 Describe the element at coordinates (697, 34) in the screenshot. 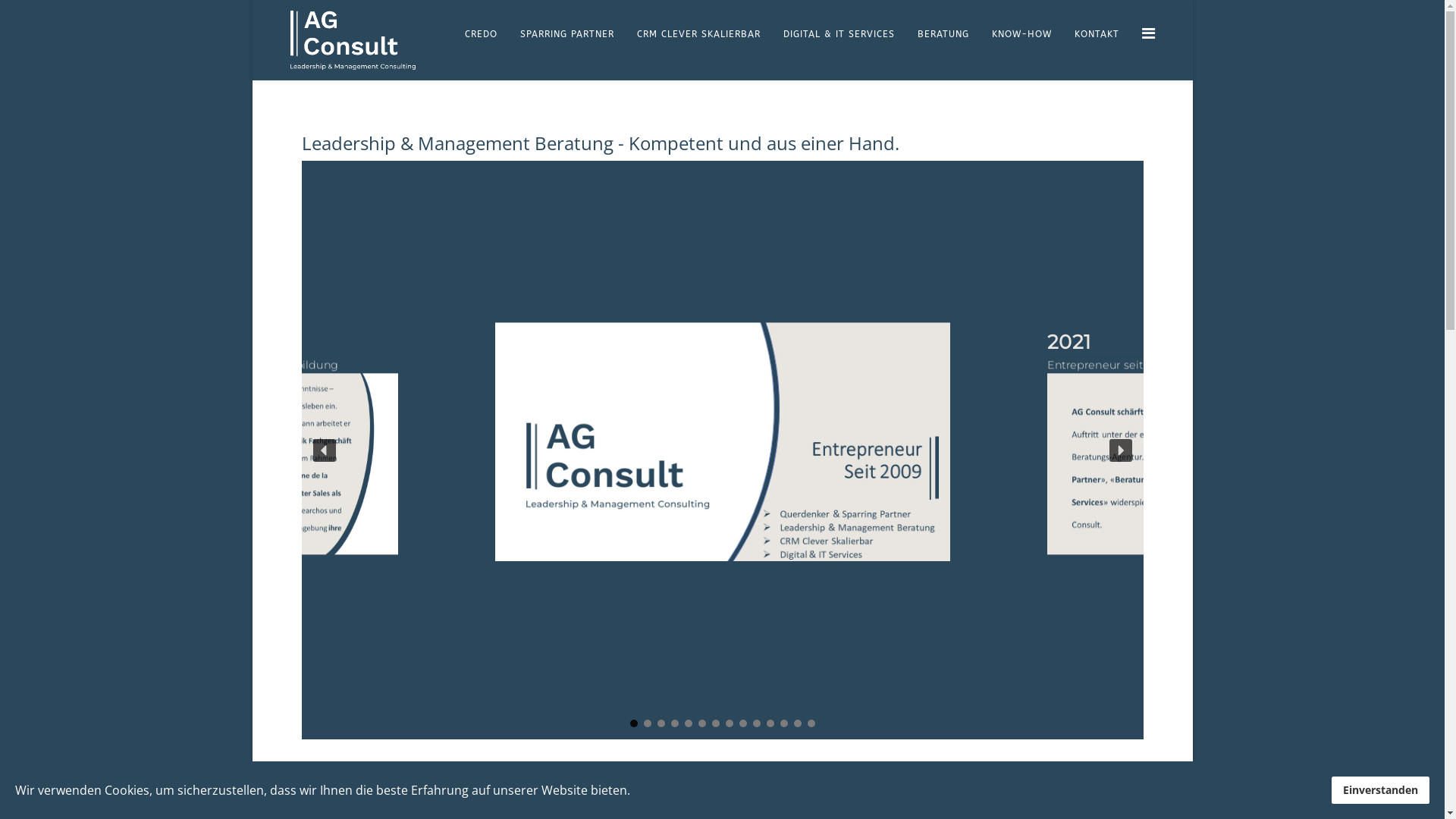

I see `'CRM CLEVER SKALIERBAR'` at that location.